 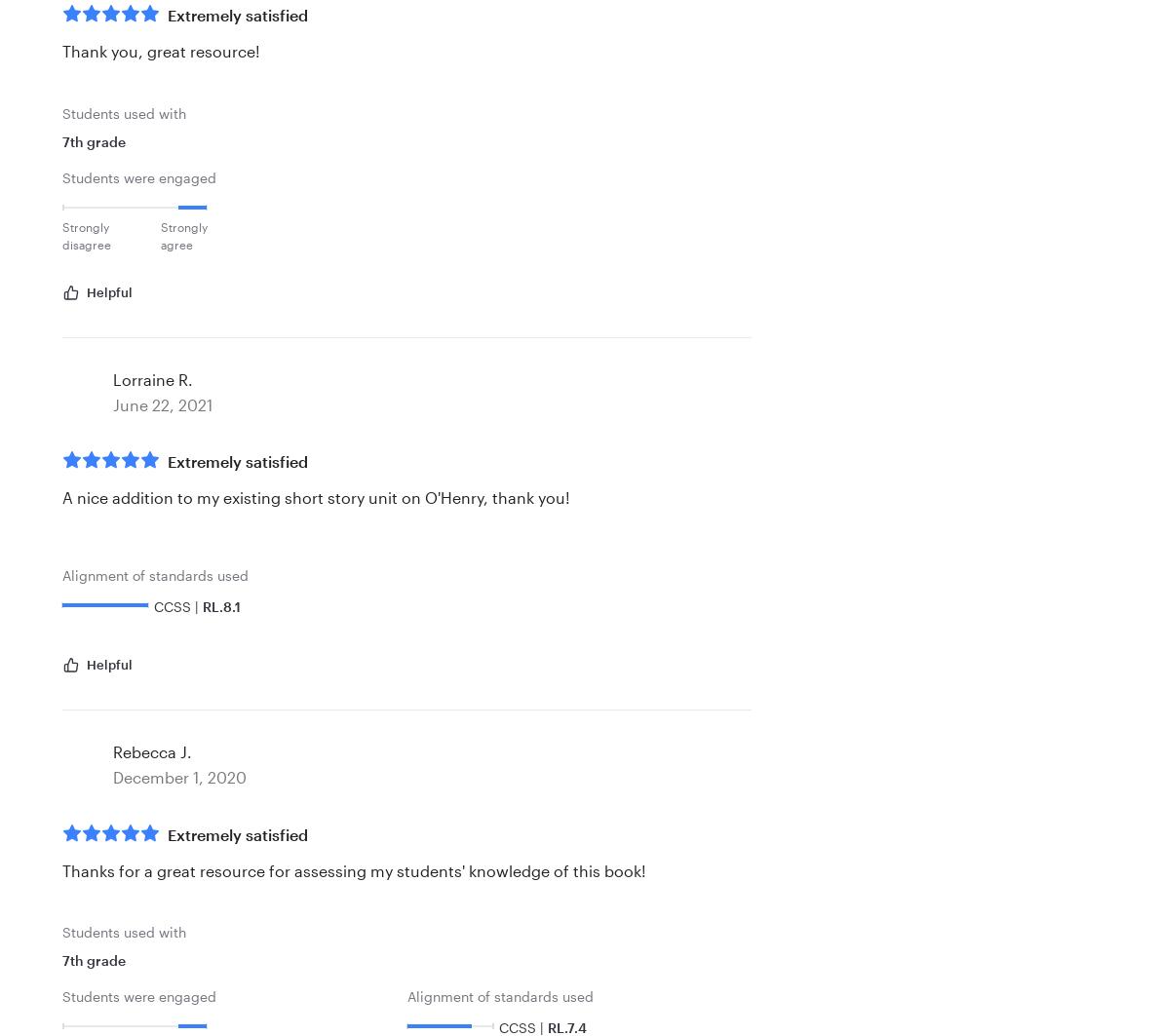 What do you see at coordinates (152, 750) in the screenshot?
I see `'Rebecca J.'` at bounding box center [152, 750].